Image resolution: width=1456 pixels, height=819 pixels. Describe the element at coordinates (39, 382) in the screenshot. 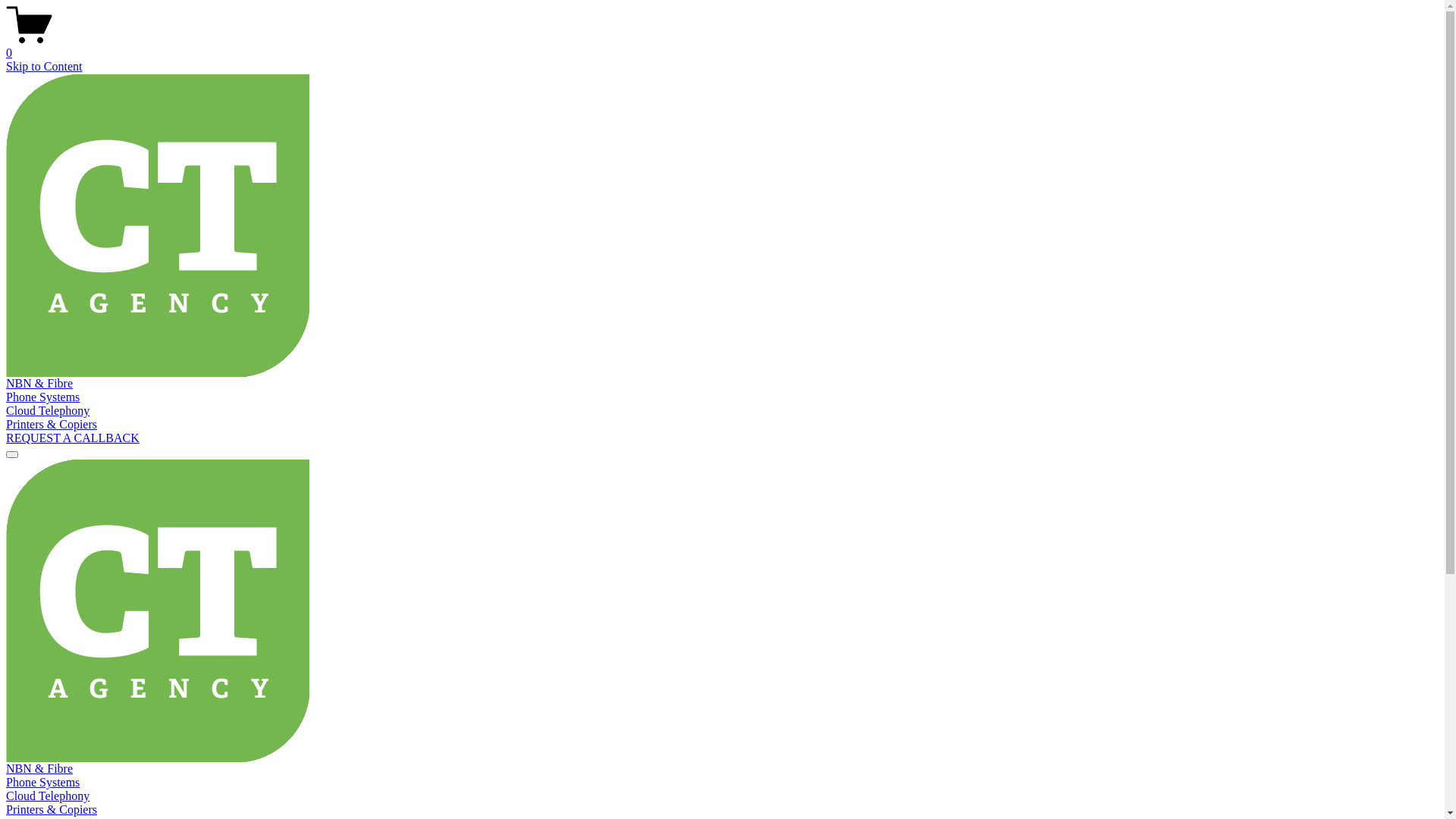

I see `'NBN & Fibre'` at that location.